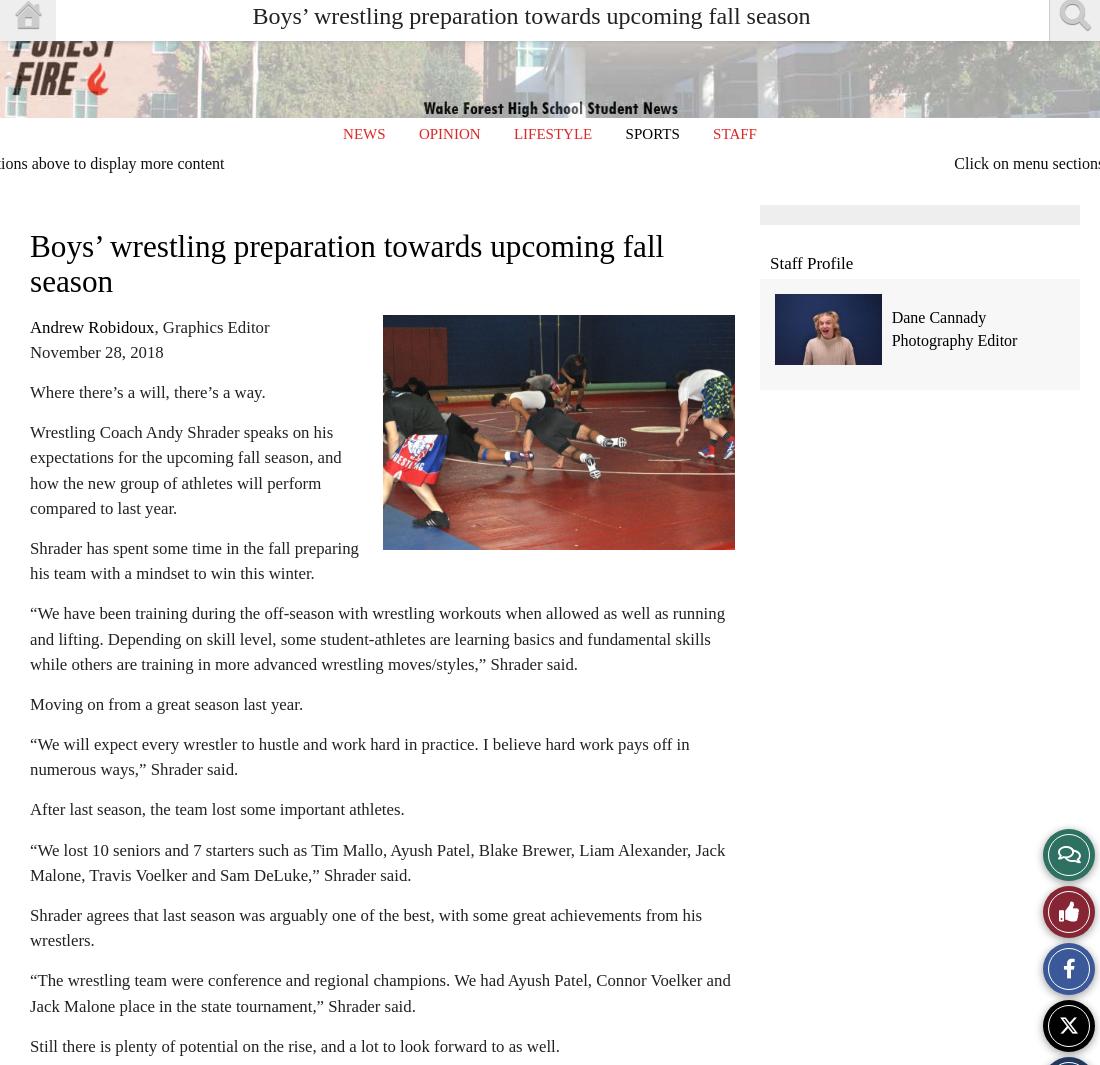 This screenshot has height=1065, width=1100. What do you see at coordinates (146, 391) in the screenshot?
I see `'Where there’s a will, there’s a way.'` at bounding box center [146, 391].